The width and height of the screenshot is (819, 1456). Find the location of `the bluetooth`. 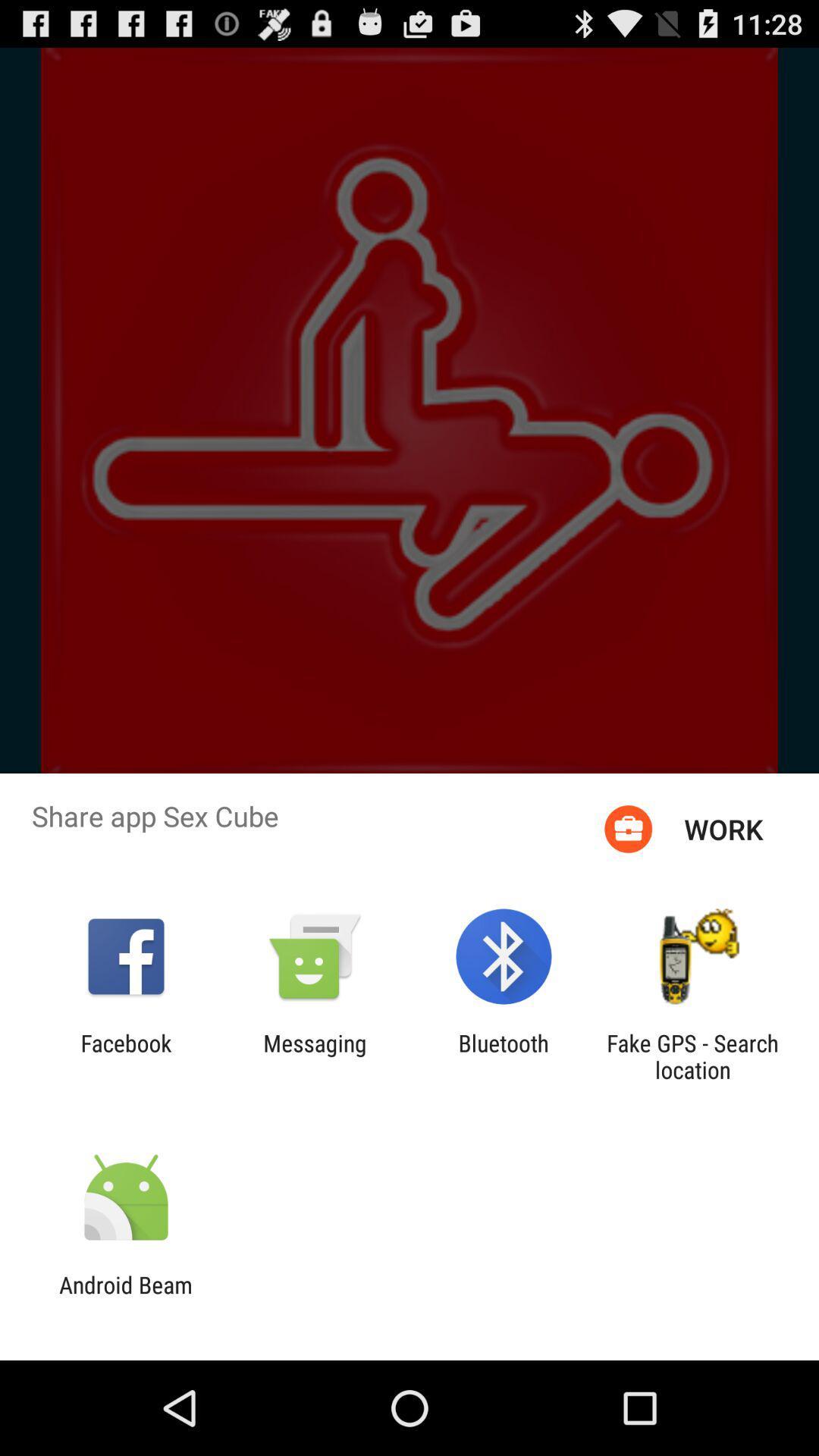

the bluetooth is located at coordinates (504, 1056).